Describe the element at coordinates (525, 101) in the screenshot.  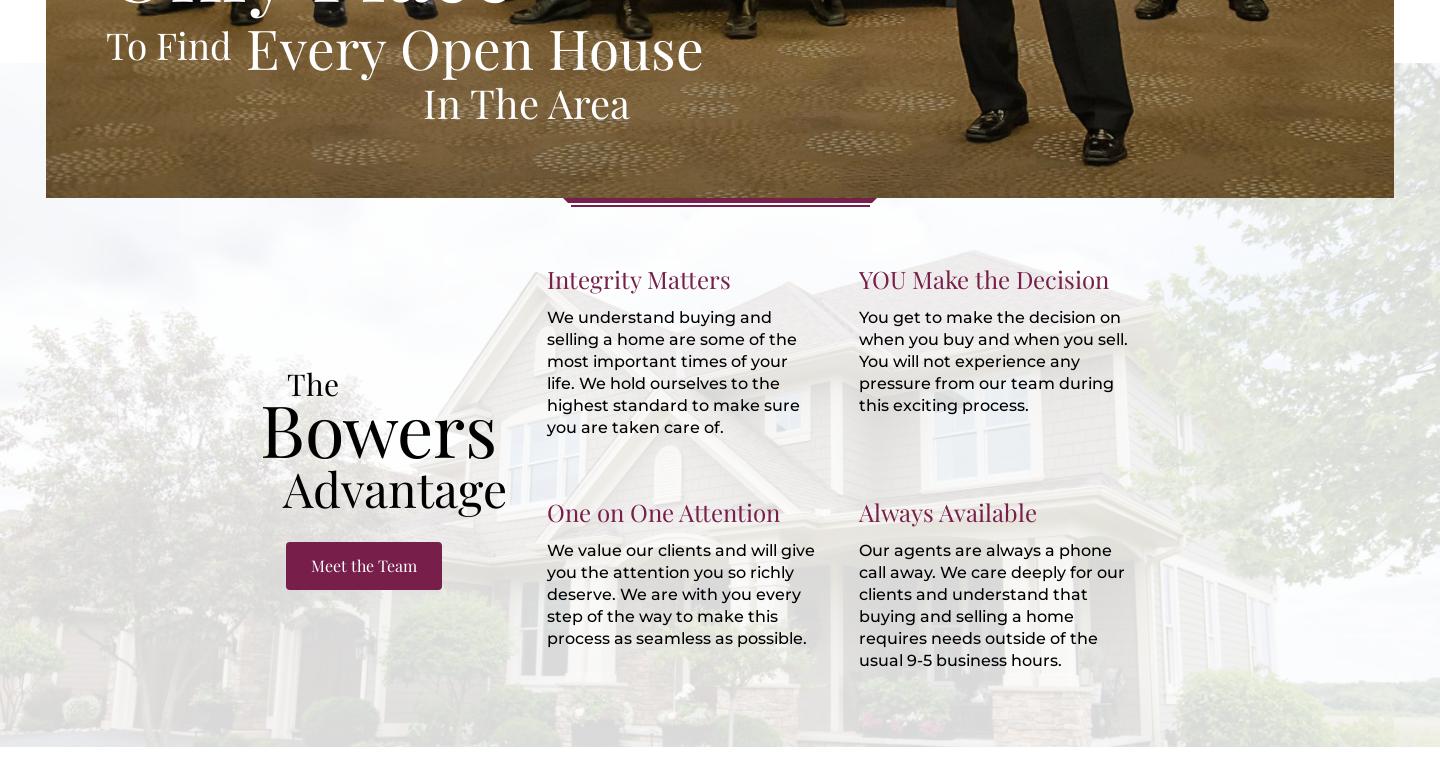
I see `'In The Area'` at that location.